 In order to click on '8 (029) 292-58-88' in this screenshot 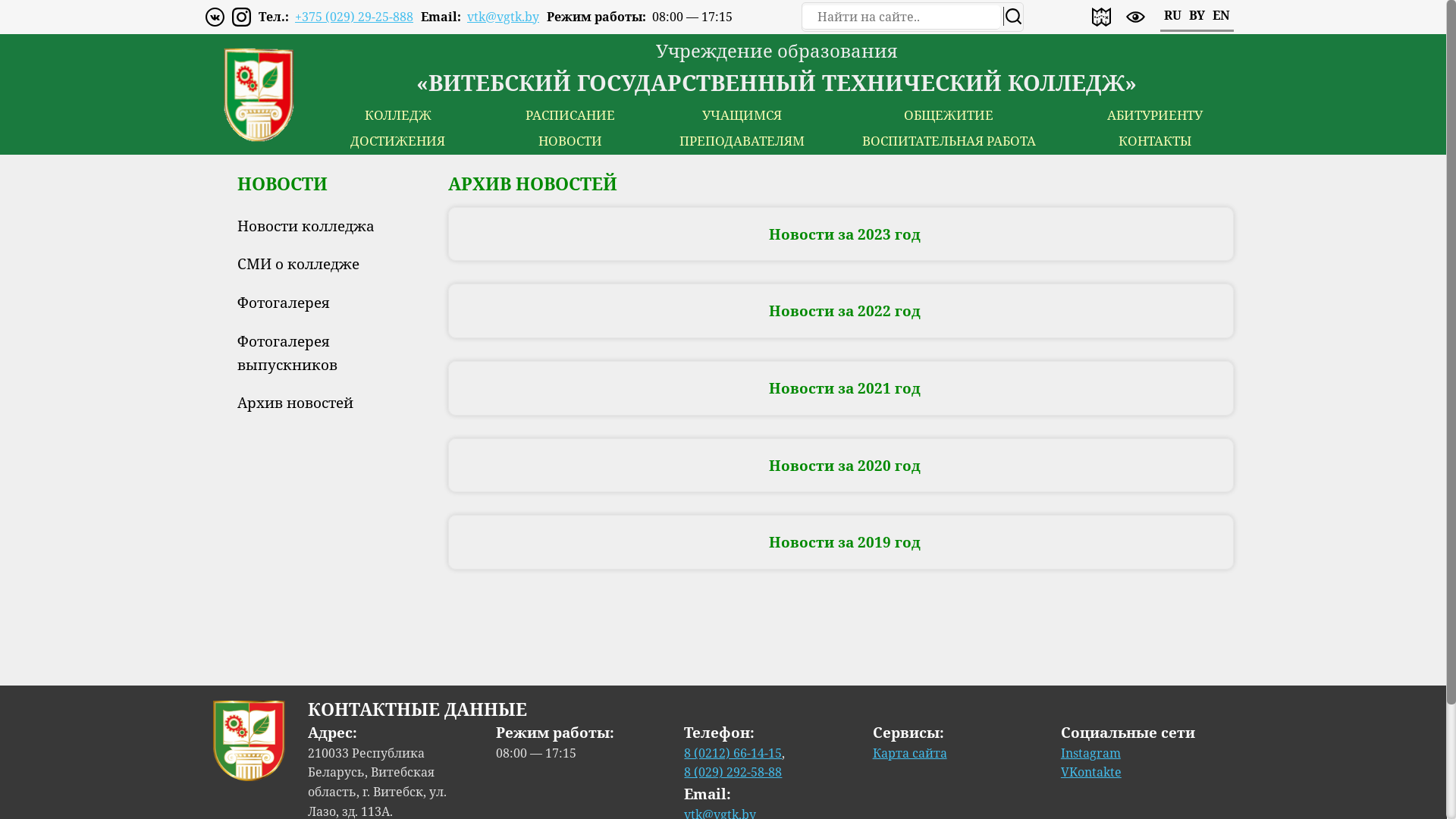, I will do `click(733, 772)`.